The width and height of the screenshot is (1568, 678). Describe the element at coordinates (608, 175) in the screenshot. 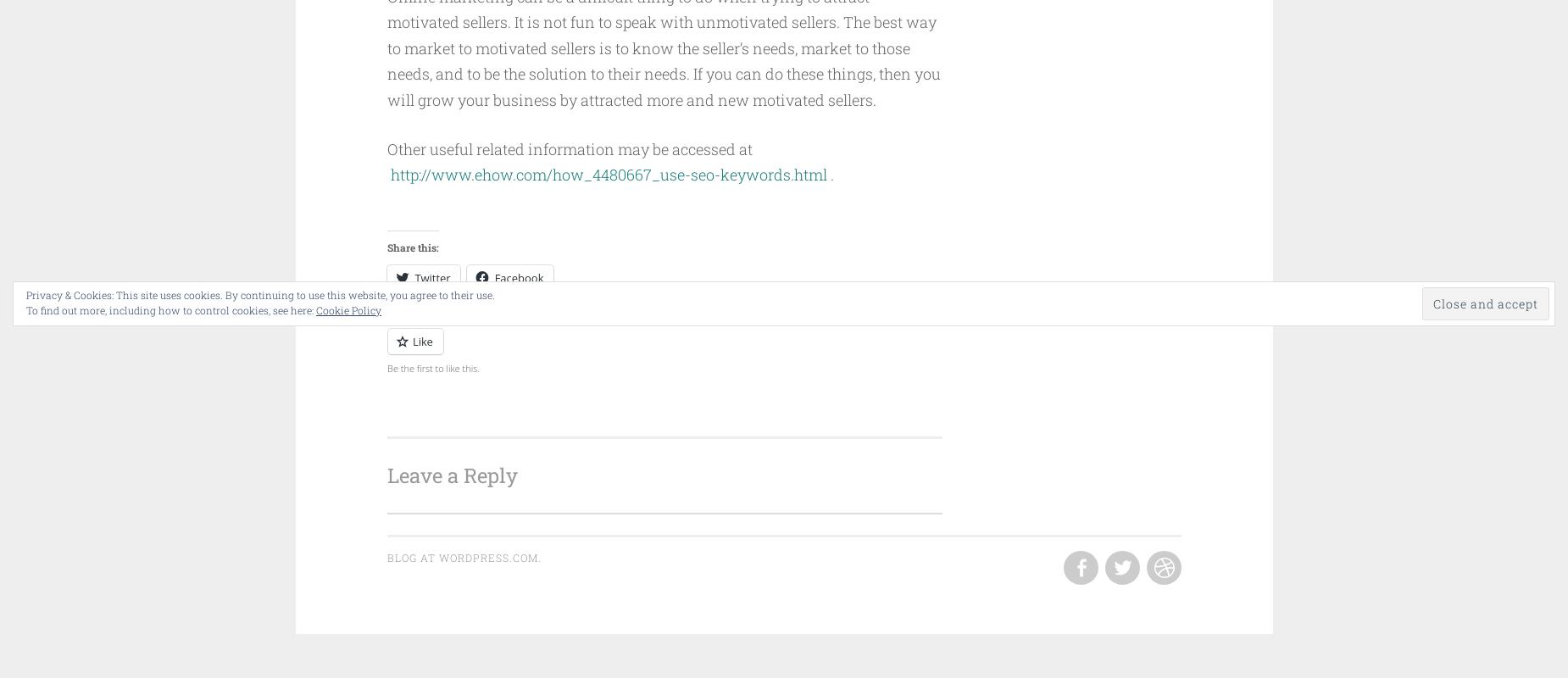

I see `'http://www.ehow.com/how_4480667_use-seo-keywords.html'` at that location.